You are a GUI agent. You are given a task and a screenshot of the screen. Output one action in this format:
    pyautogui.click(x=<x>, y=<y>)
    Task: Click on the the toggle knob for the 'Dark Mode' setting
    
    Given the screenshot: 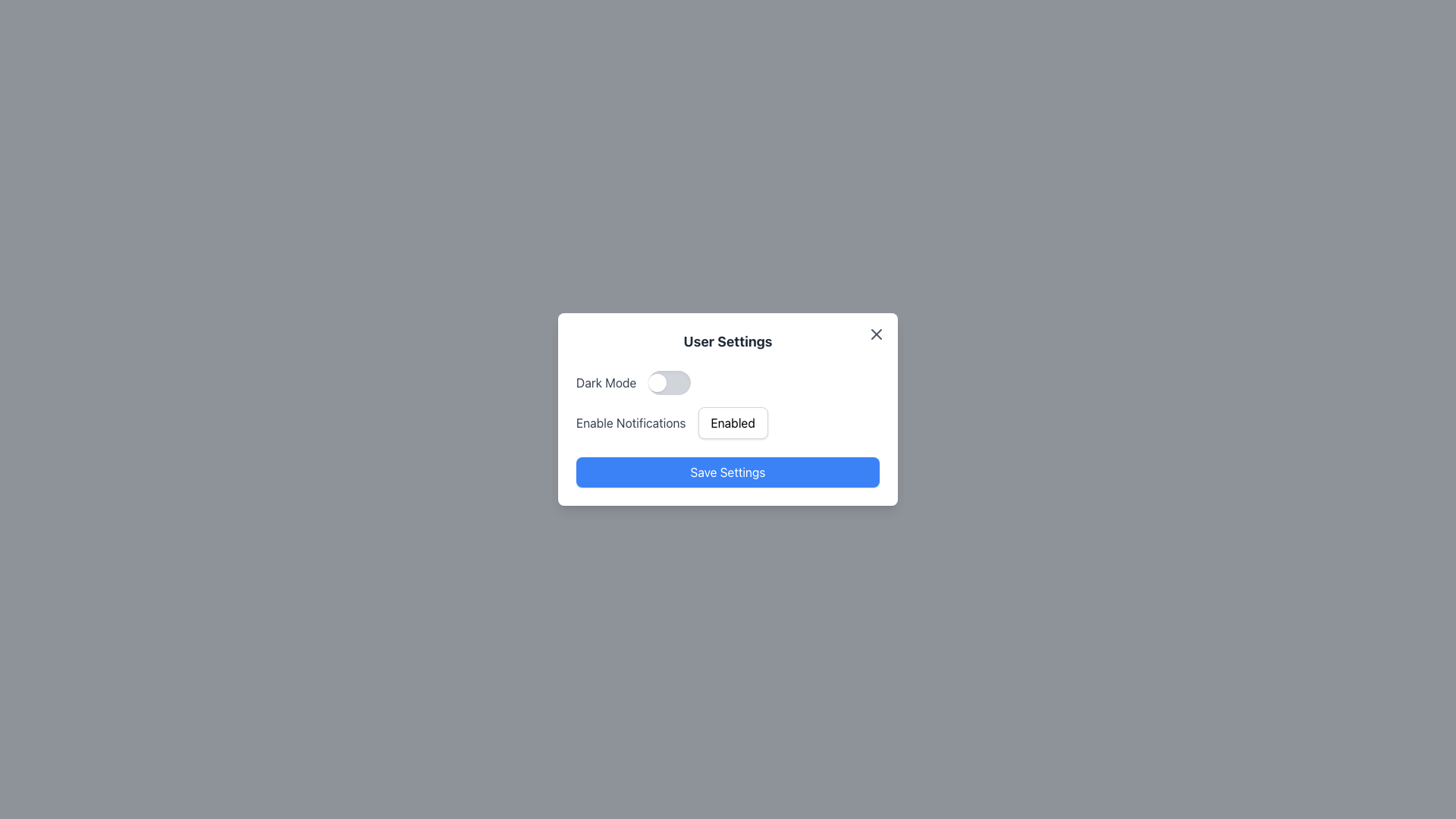 What is the action you would take?
    pyautogui.click(x=657, y=382)
    